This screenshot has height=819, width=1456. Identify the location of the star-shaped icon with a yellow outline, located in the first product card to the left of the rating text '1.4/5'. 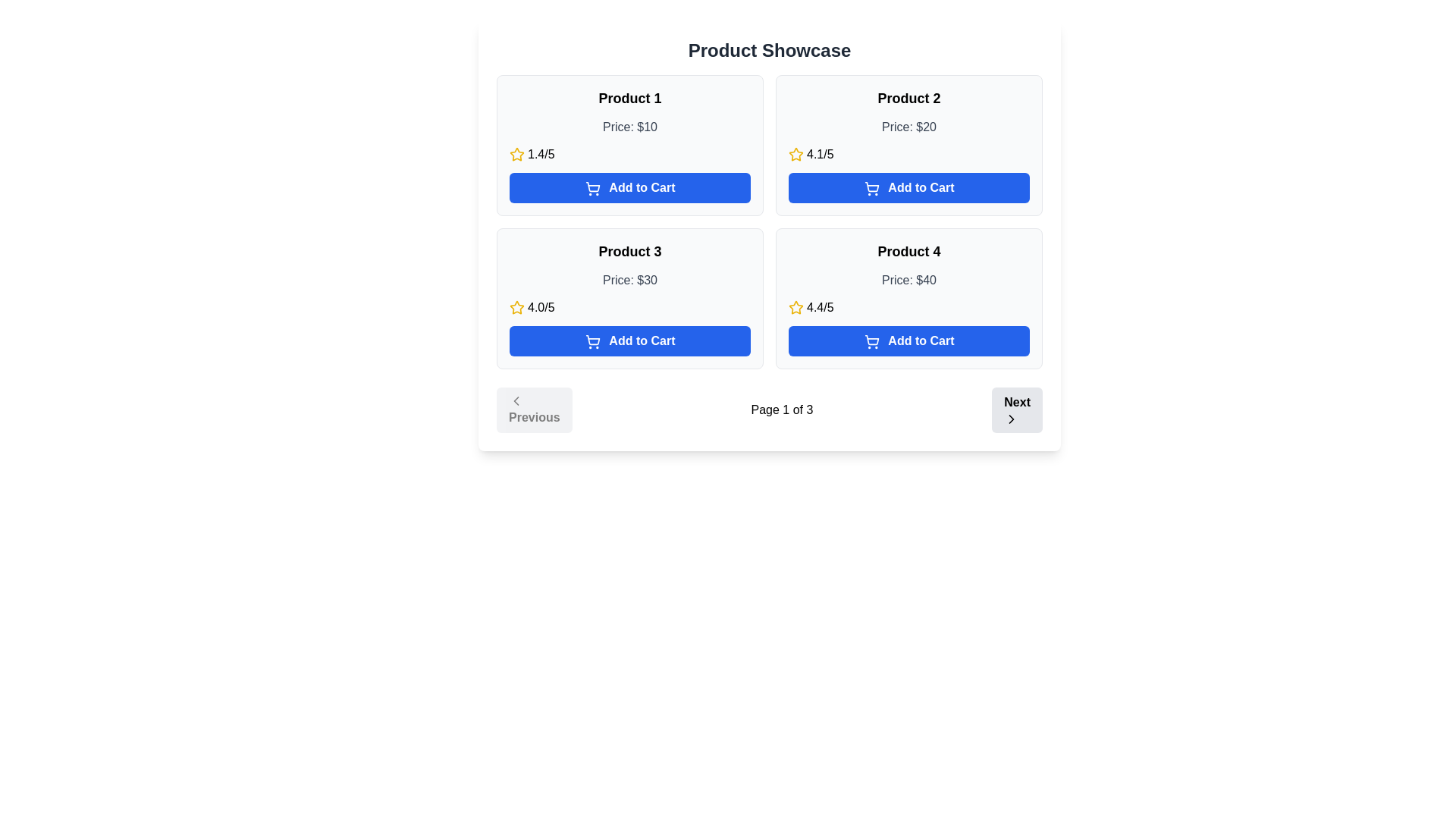
(516, 154).